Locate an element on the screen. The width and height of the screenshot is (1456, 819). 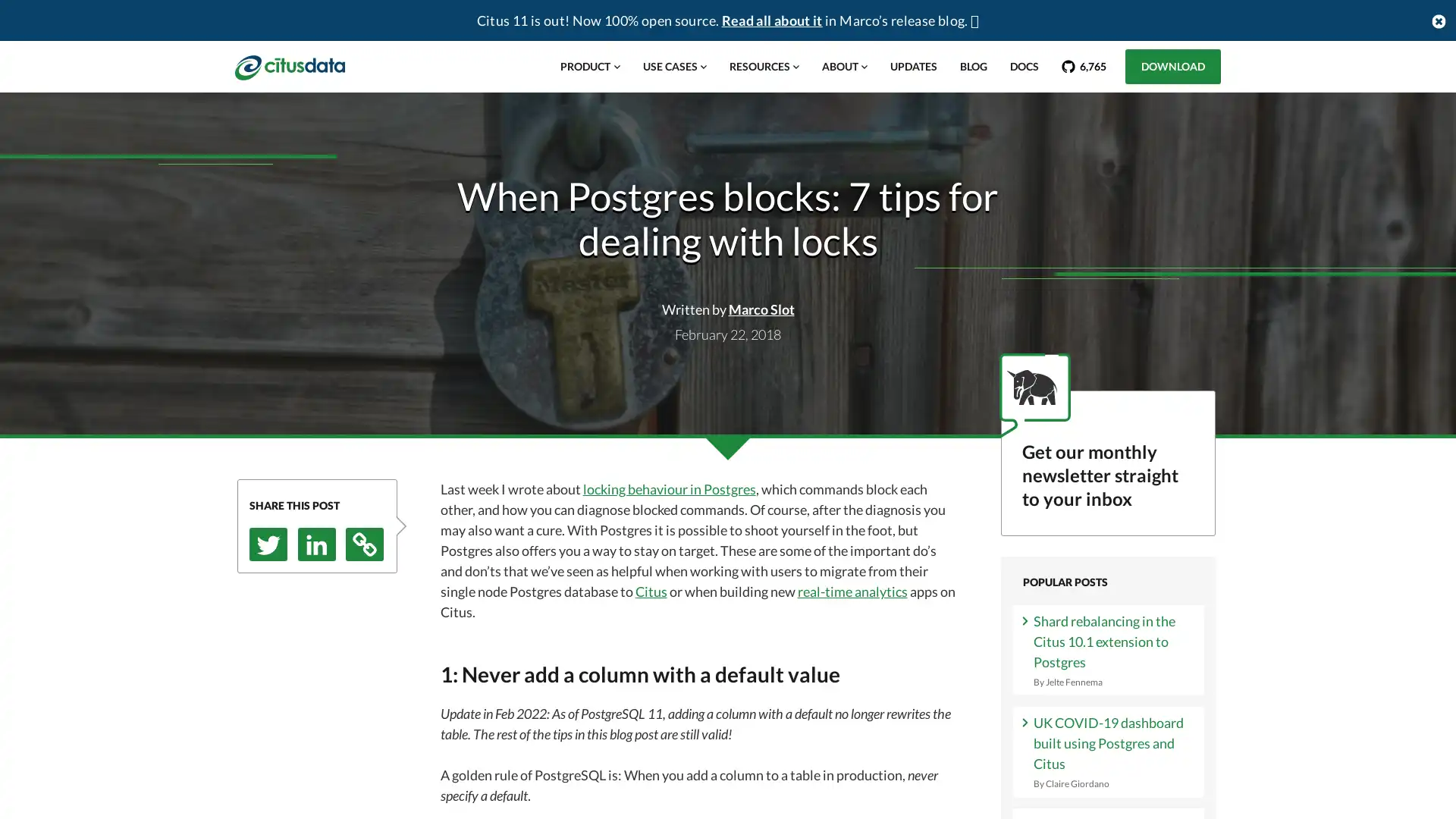
Copy link is located at coordinates (364, 543).